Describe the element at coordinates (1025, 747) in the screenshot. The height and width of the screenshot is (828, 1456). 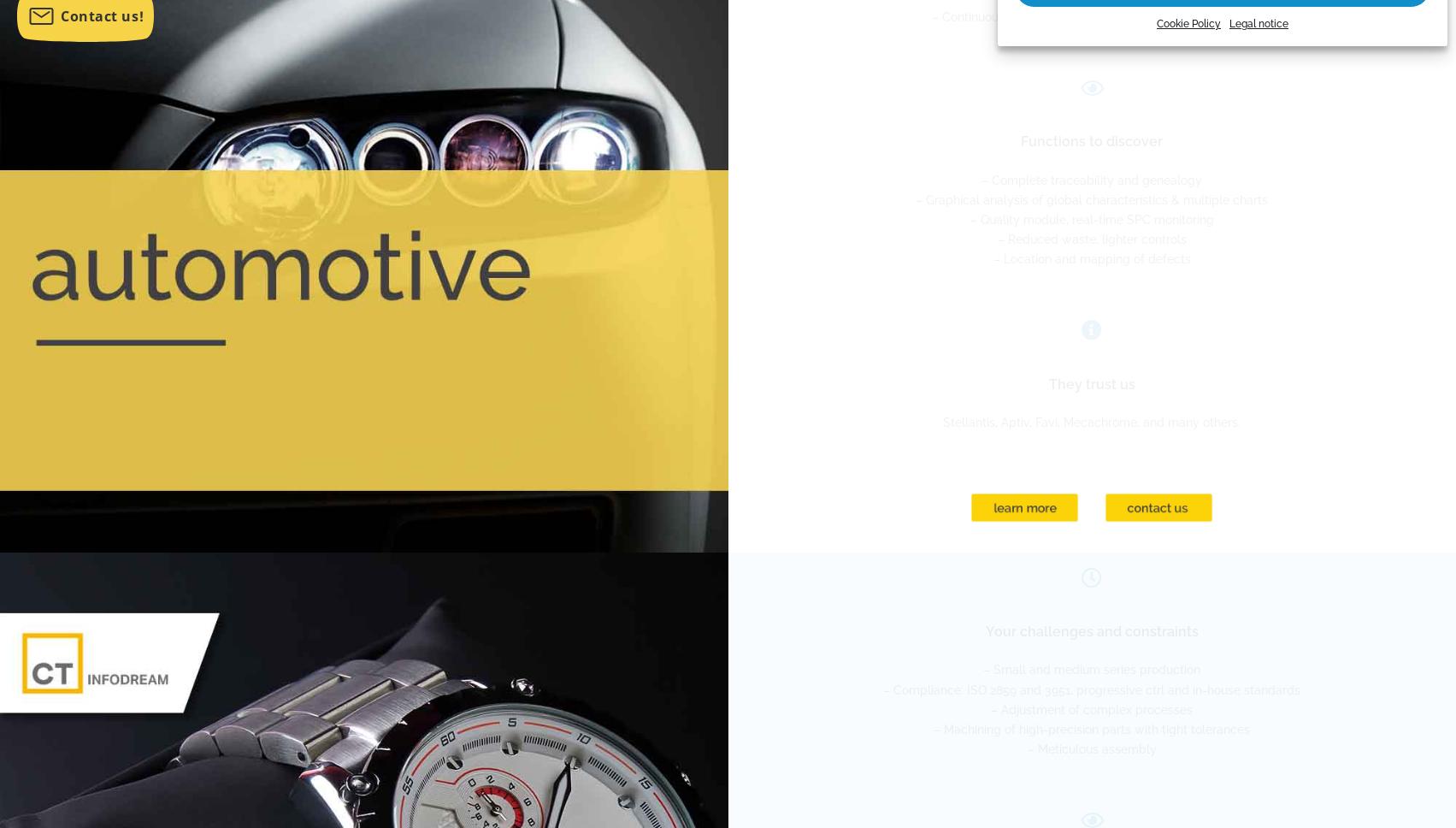
I see `'– Meticulous assembly'` at that location.